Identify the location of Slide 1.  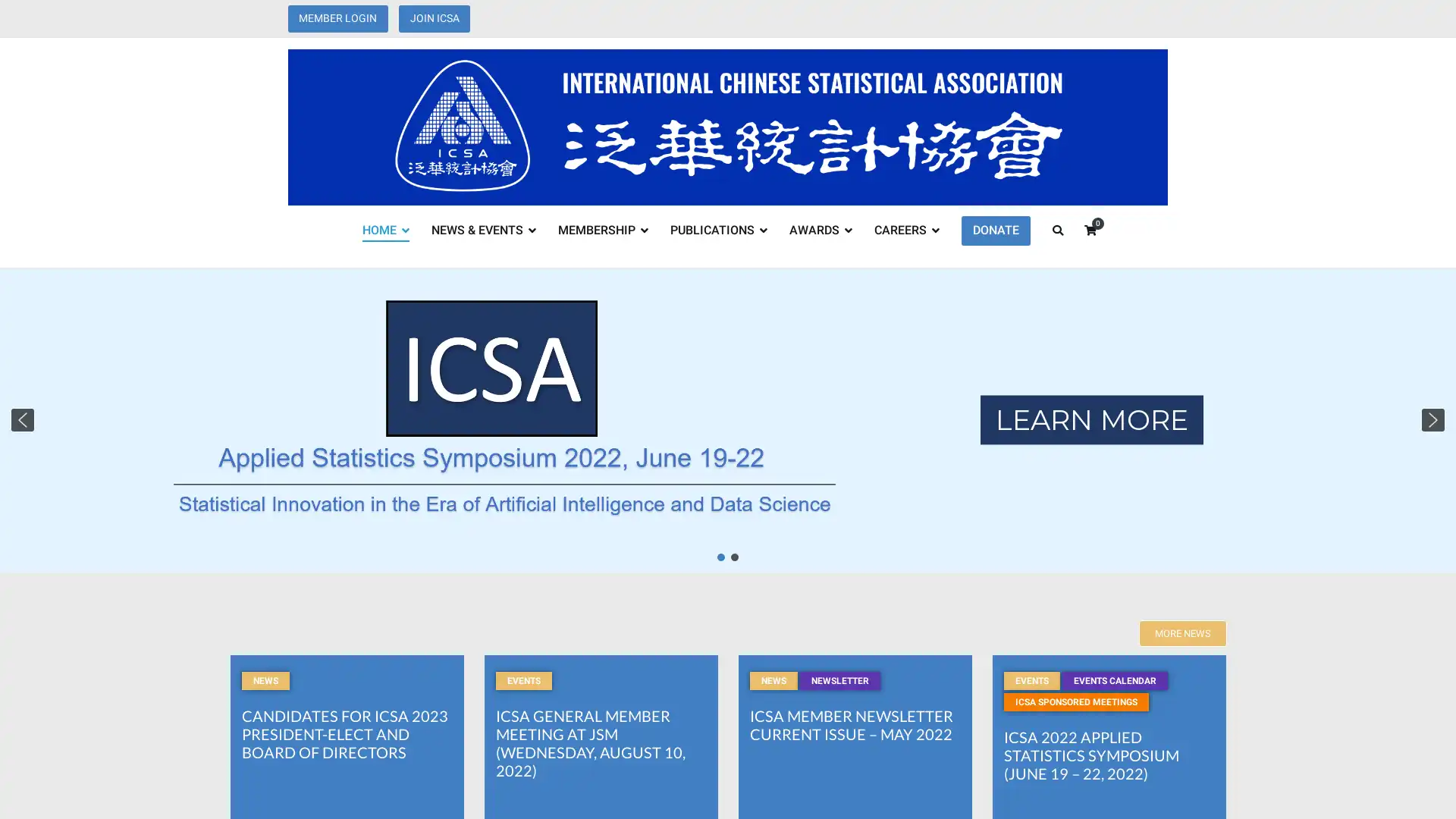
(720, 556).